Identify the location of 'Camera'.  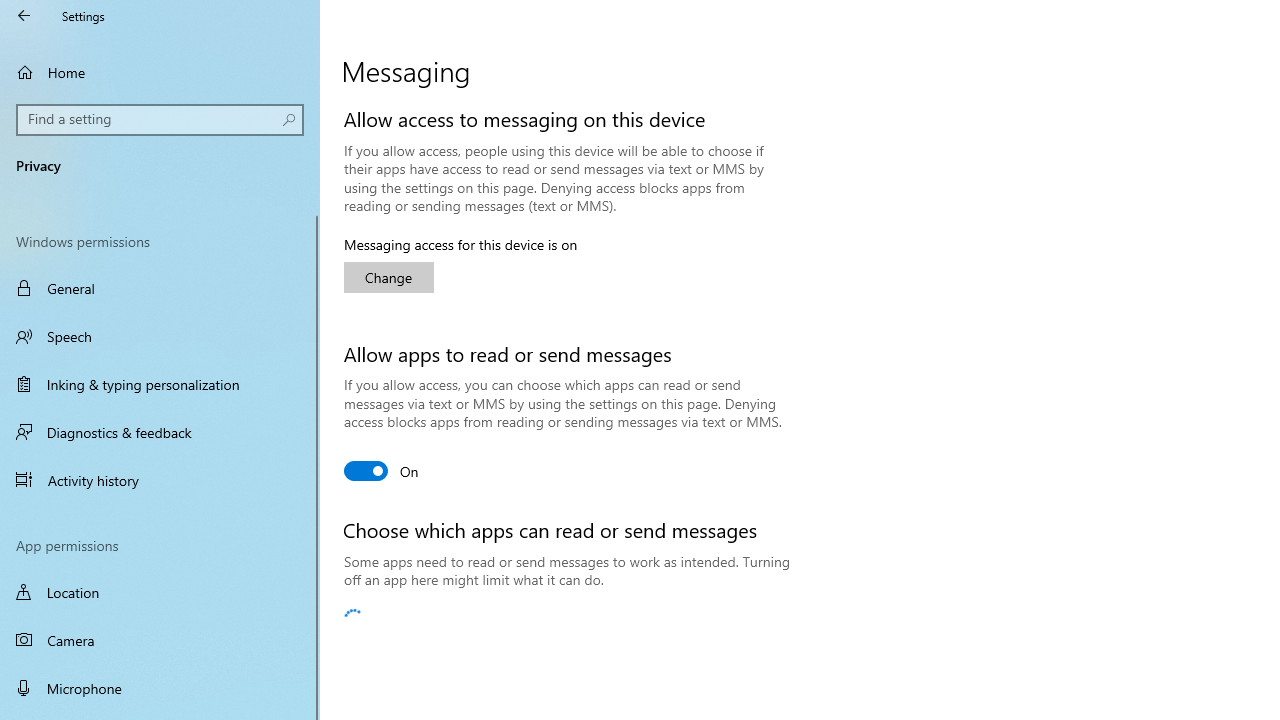
(160, 640).